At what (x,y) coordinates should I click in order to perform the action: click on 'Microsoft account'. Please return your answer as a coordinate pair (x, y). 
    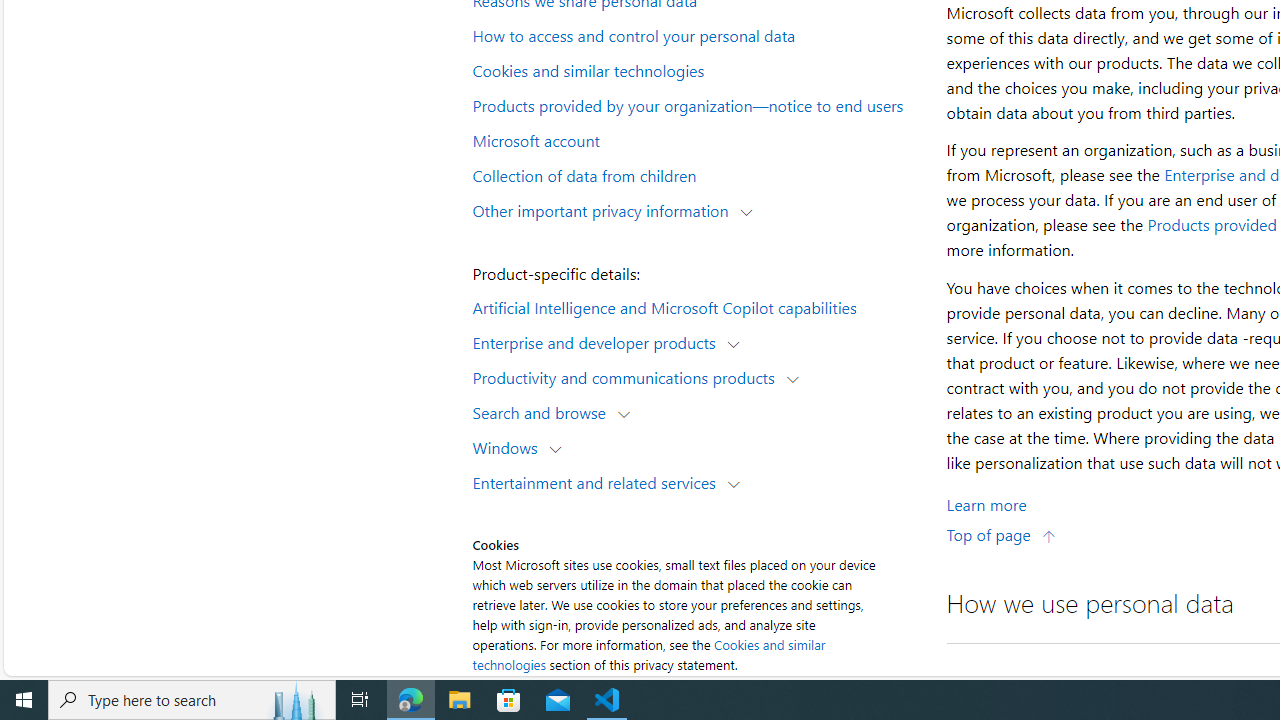
    Looking at the image, I should click on (696, 138).